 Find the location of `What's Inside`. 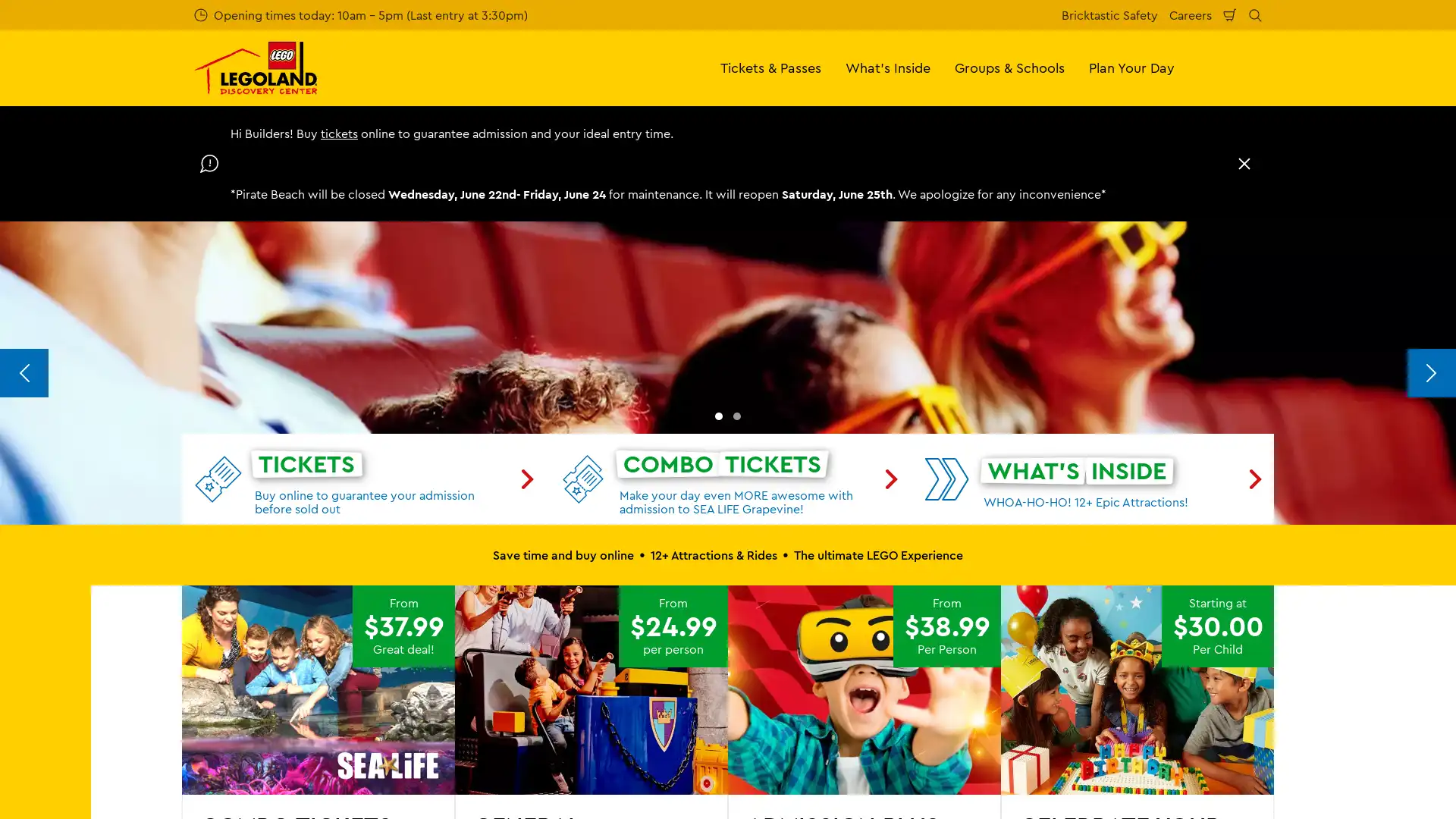

What's Inside is located at coordinates (888, 67).